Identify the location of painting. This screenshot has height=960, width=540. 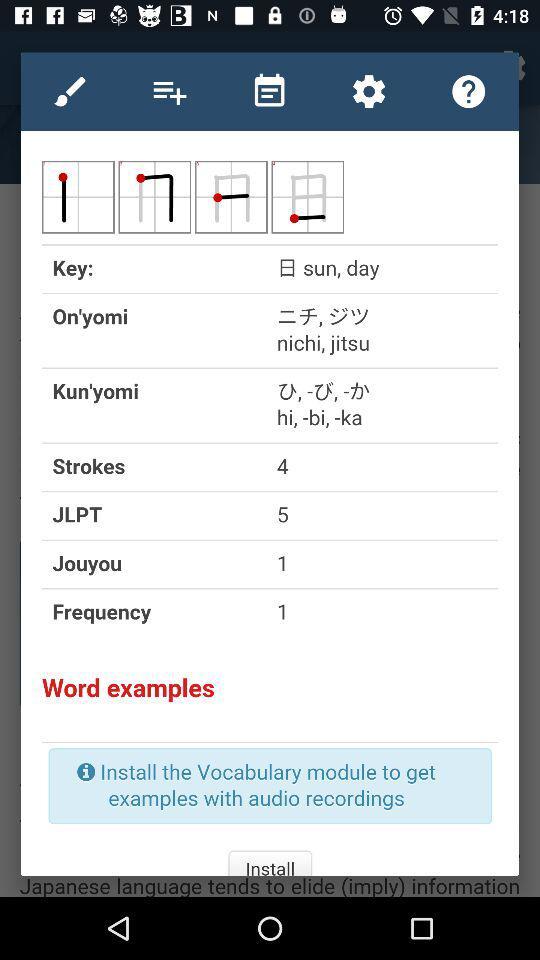
(69, 91).